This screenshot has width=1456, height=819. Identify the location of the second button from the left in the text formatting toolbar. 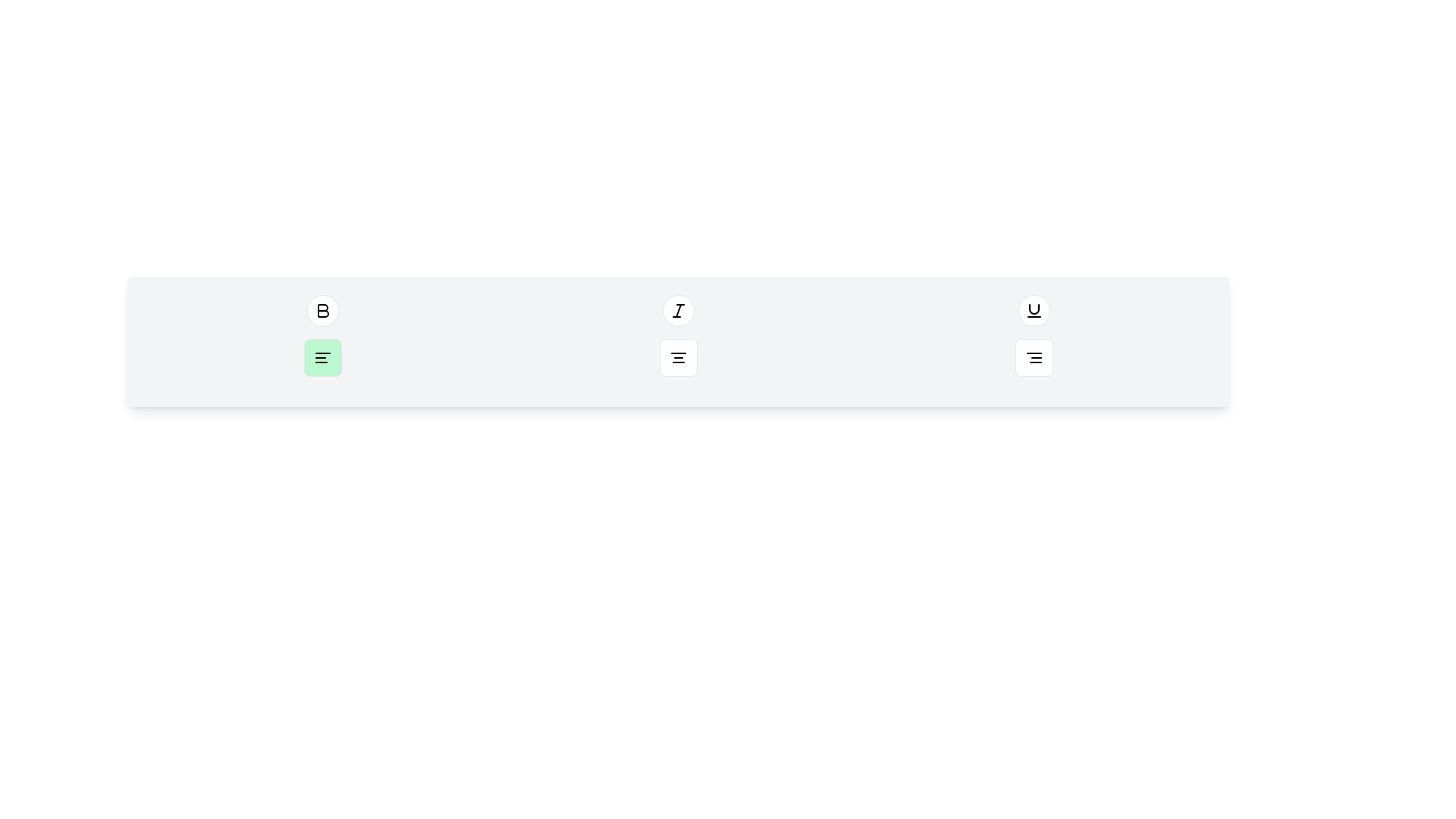
(677, 309).